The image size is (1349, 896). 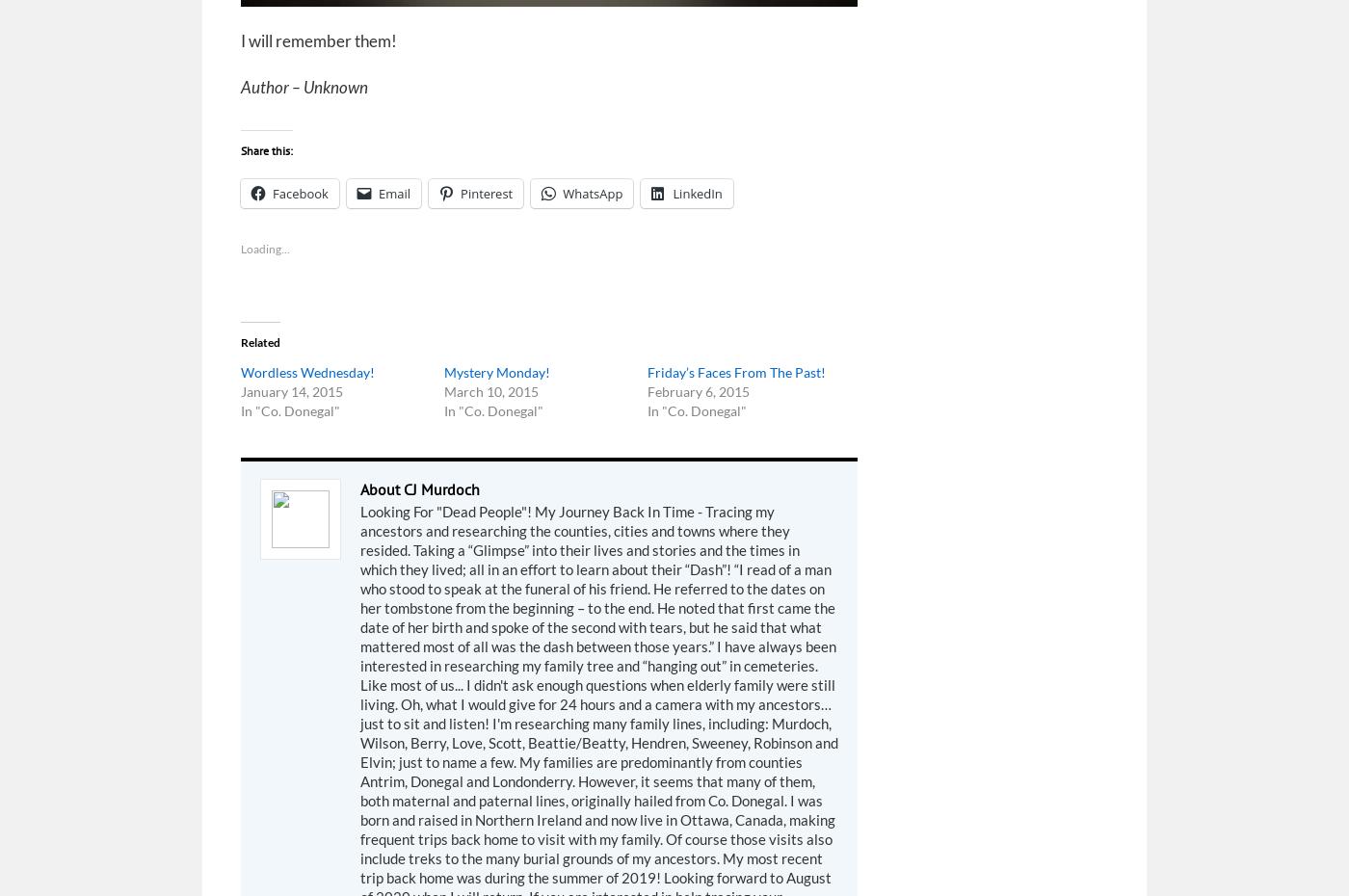 What do you see at coordinates (318, 39) in the screenshot?
I see `'I will remember them!'` at bounding box center [318, 39].